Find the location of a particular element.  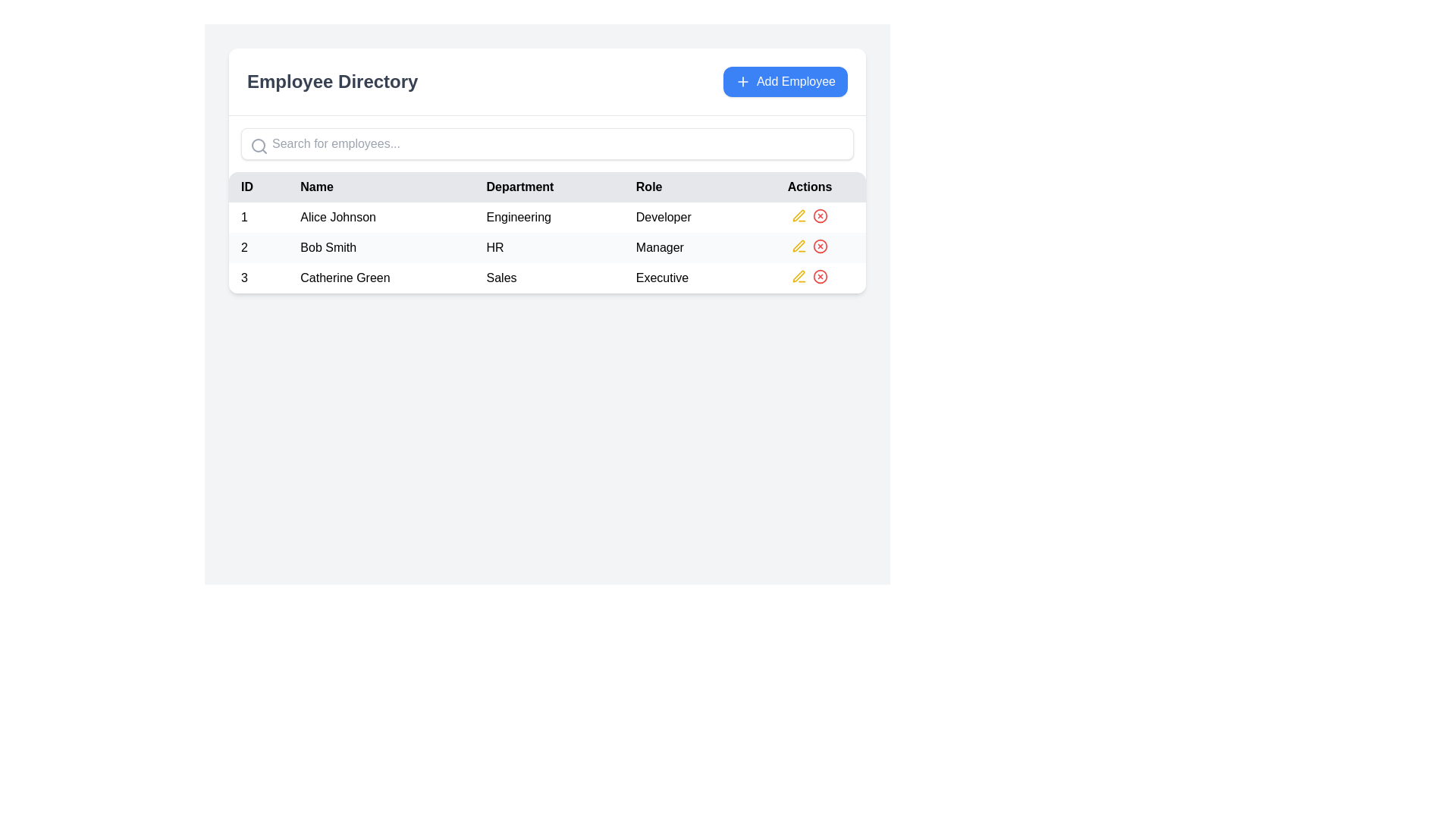

the main circular part of the magnifying glass icon located at the start of the search bar near the top of the interface is located at coordinates (258, 146).